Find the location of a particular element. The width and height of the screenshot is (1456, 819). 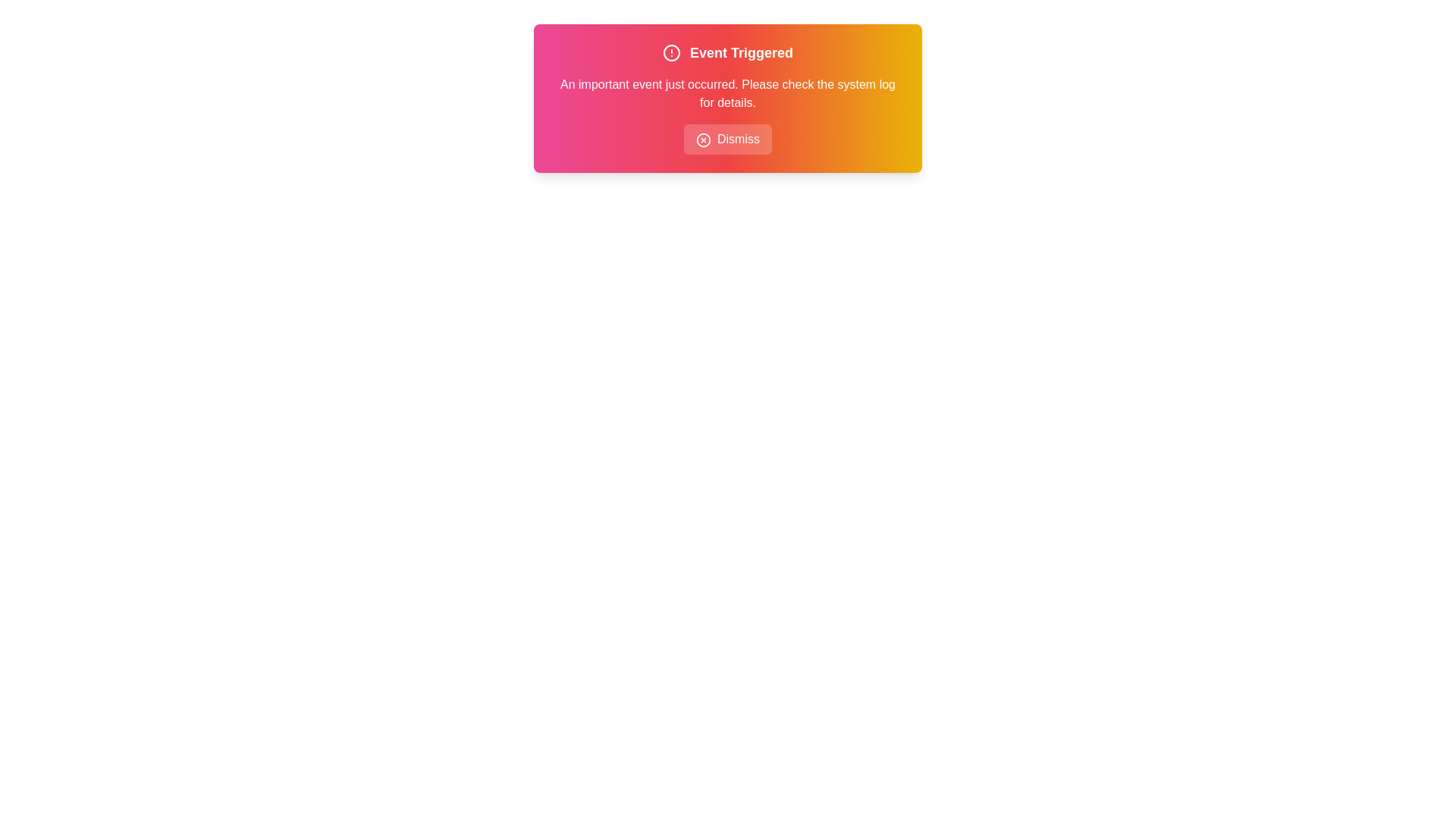

the sole button located at the bottom of the dialog box that dismisses the notification stating 'An important event just occurred. Please check the system log for details.' is located at coordinates (728, 140).